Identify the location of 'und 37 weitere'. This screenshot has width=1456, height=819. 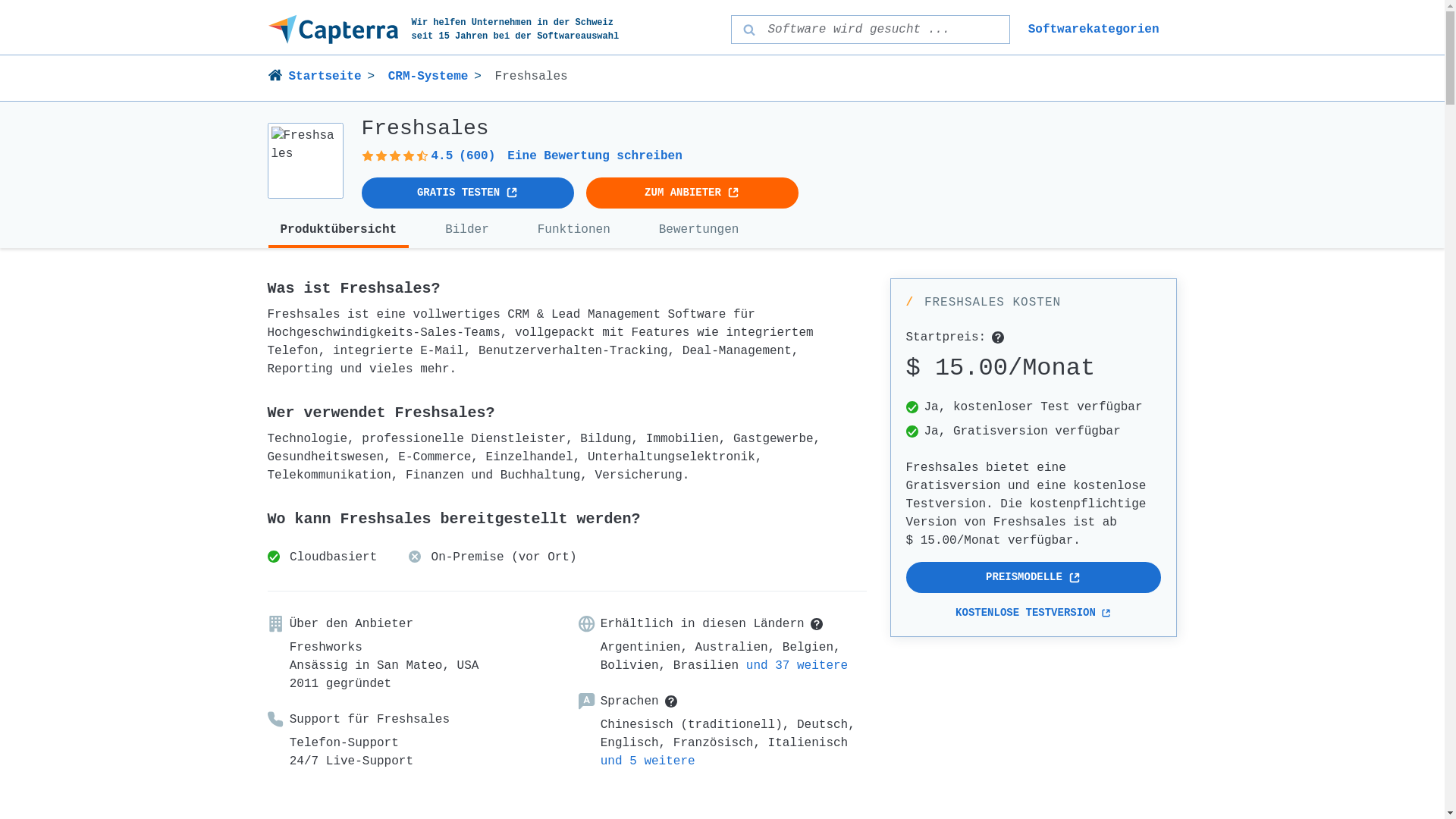
(796, 665).